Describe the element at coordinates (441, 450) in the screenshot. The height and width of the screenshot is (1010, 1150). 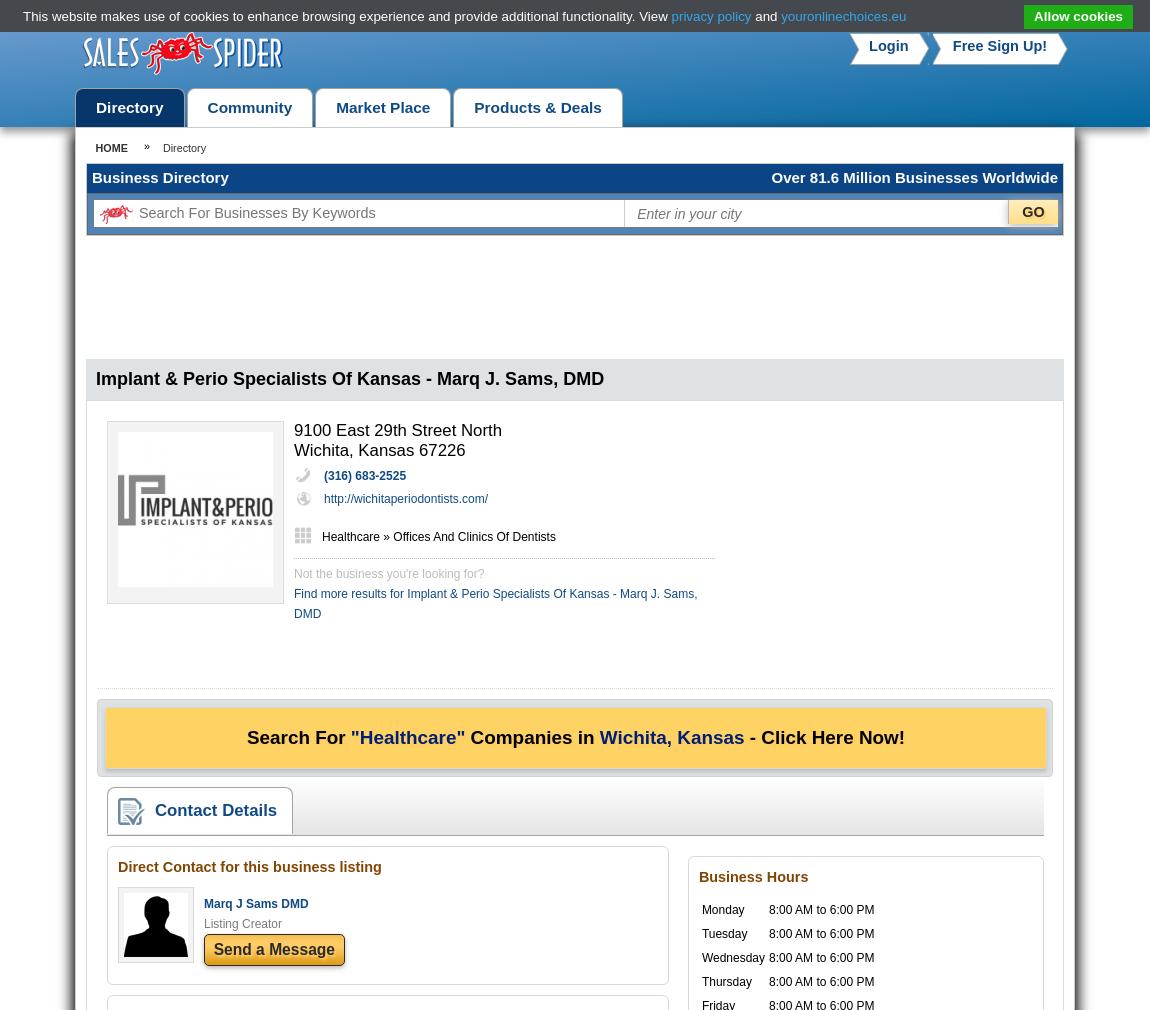
I see `'67226'` at that location.